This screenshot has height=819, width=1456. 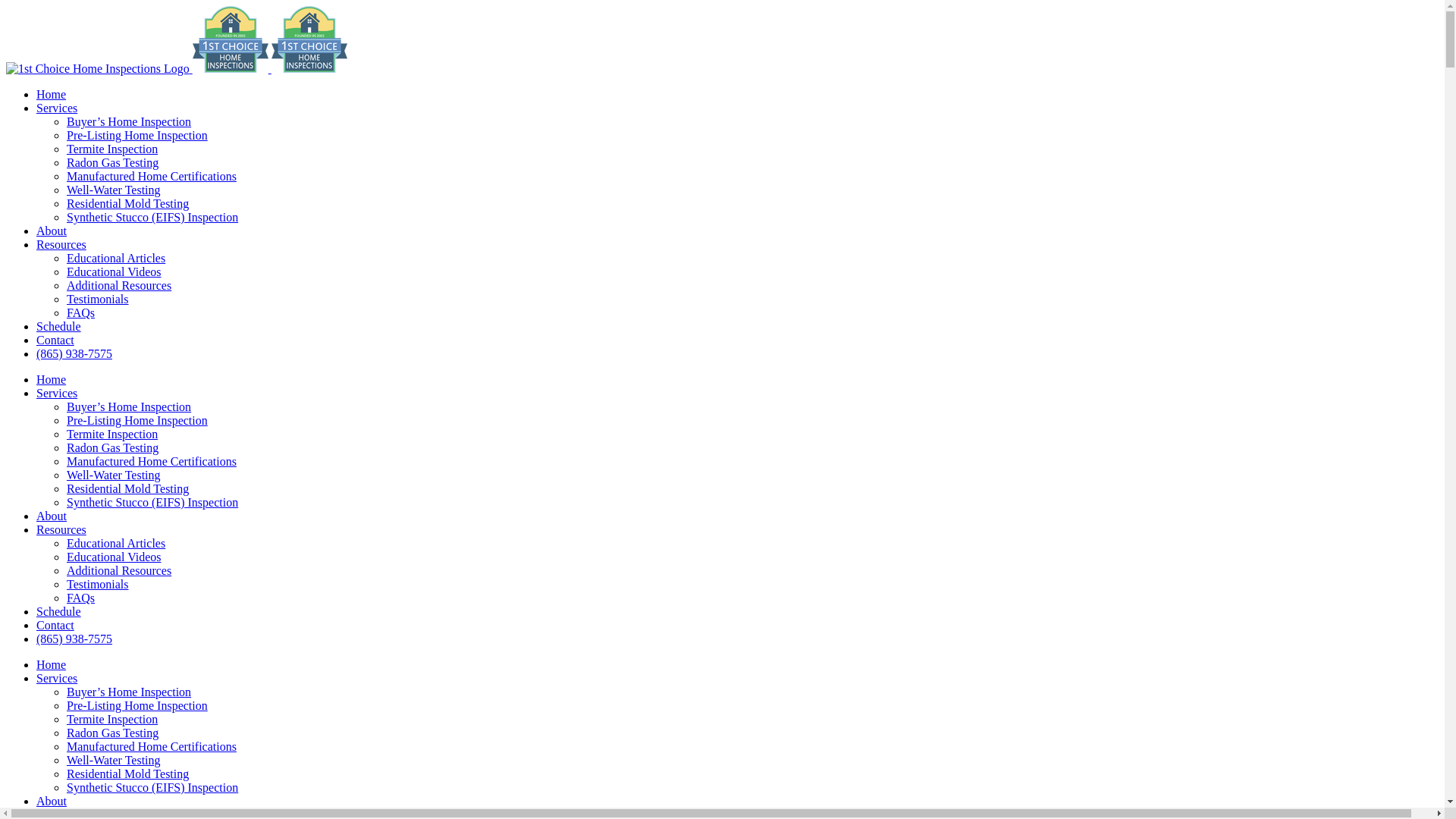 What do you see at coordinates (65, 134) in the screenshot?
I see `'Pre-Listing Home Inspection'` at bounding box center [65, 134].